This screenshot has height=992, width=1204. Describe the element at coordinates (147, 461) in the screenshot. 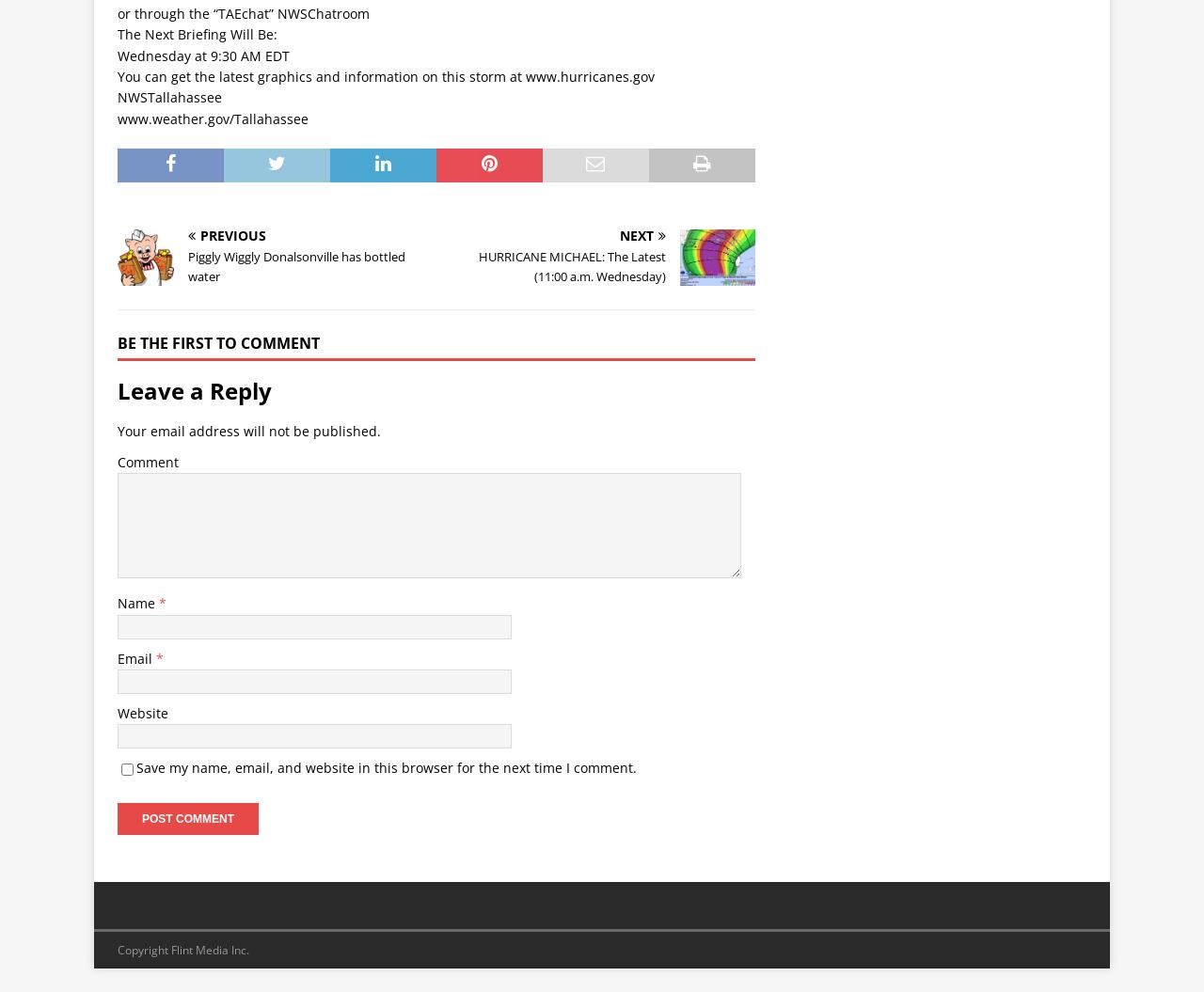

I see `'Comment'` at that location.